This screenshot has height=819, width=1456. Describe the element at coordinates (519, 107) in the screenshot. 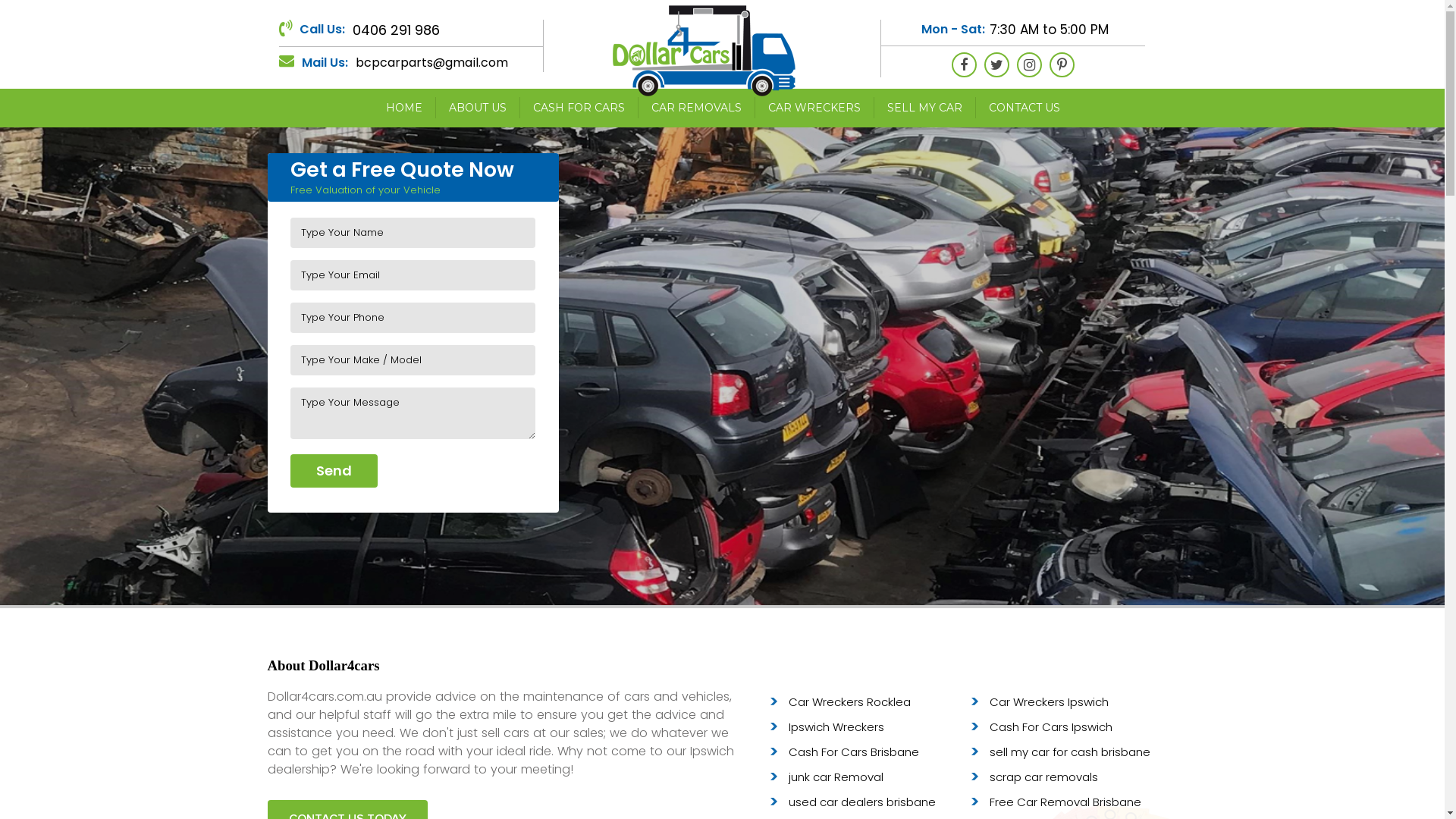

I see `'CASH FOR CARS'` at that location.